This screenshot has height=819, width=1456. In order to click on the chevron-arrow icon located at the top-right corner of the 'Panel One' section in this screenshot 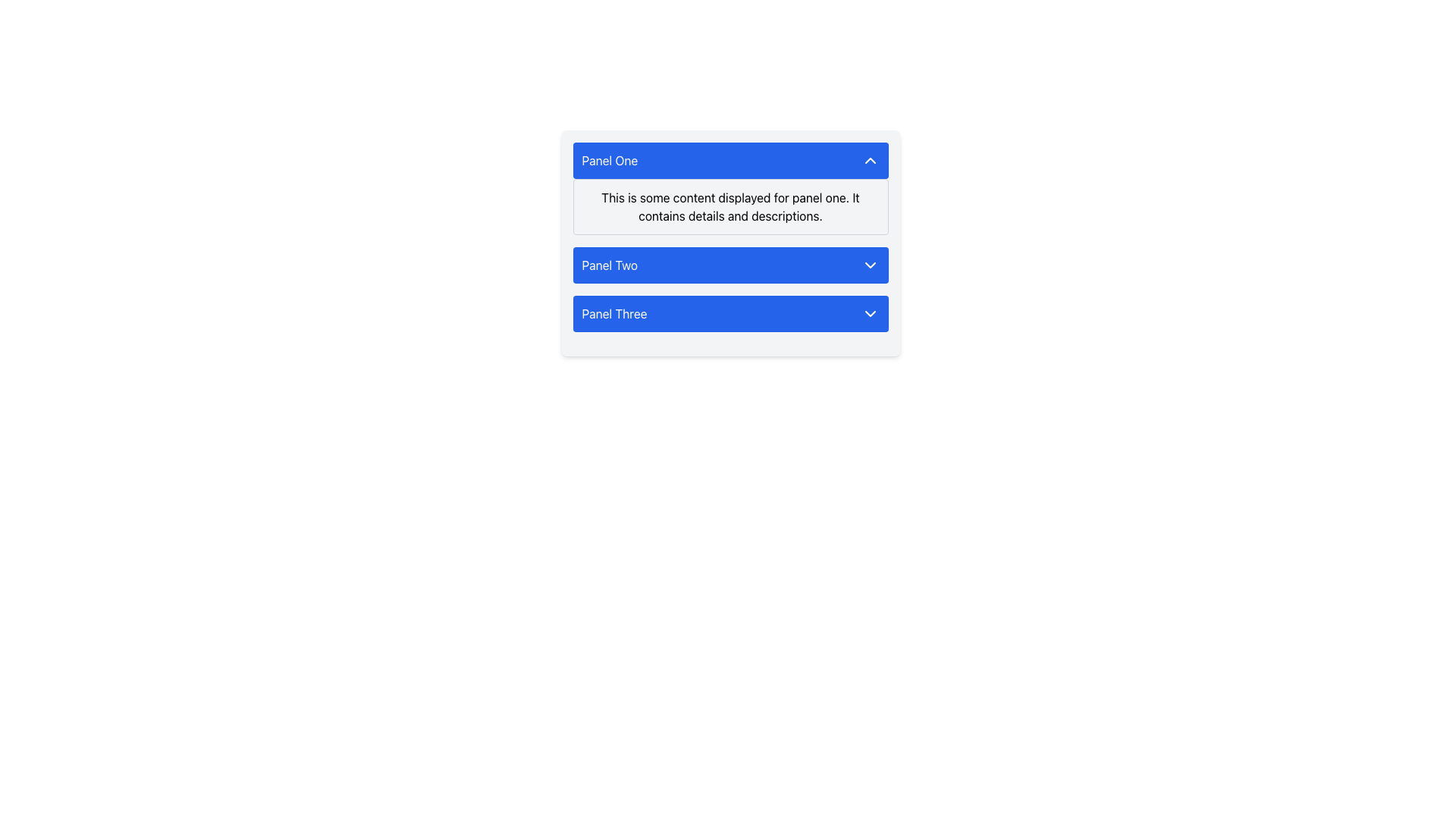, I will do `click(870, 161)`.